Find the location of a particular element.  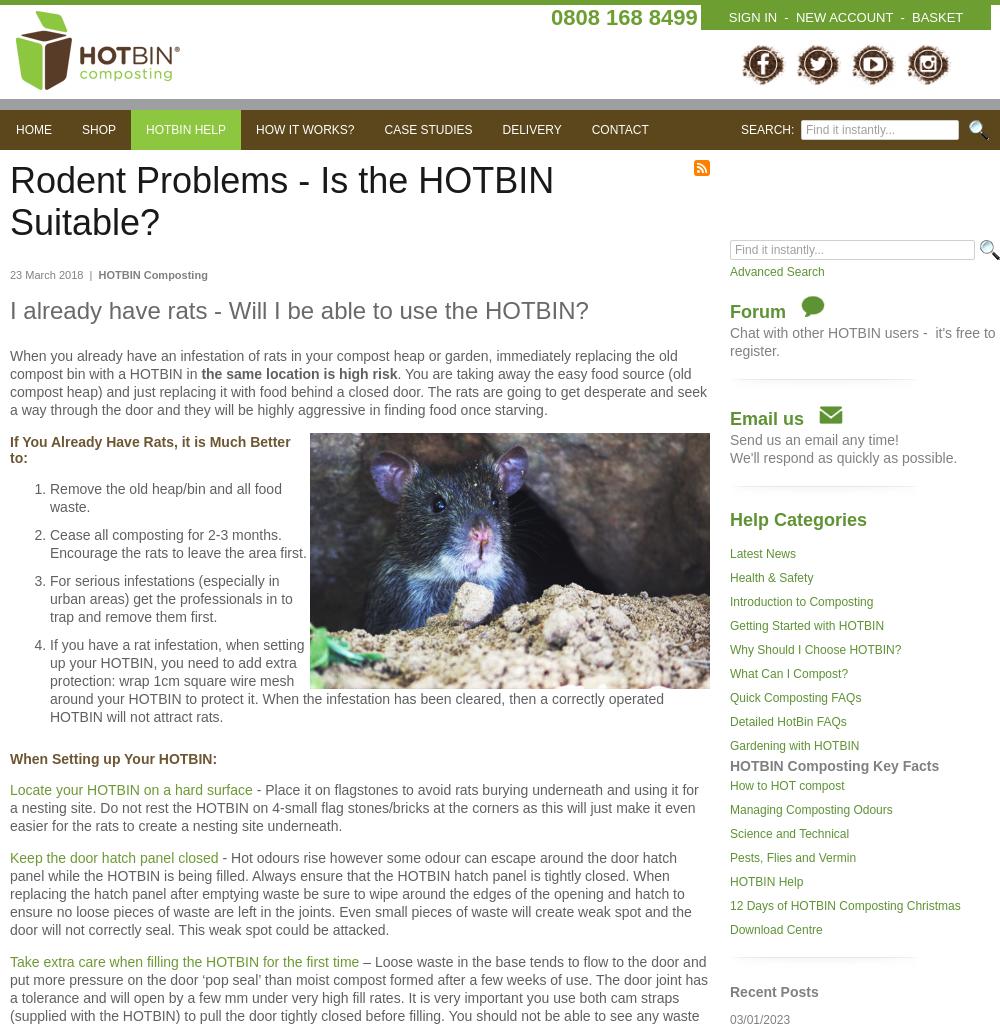

'Take extra care when filling the HOTBIN for the first time' is located at coordinates (184, 961).